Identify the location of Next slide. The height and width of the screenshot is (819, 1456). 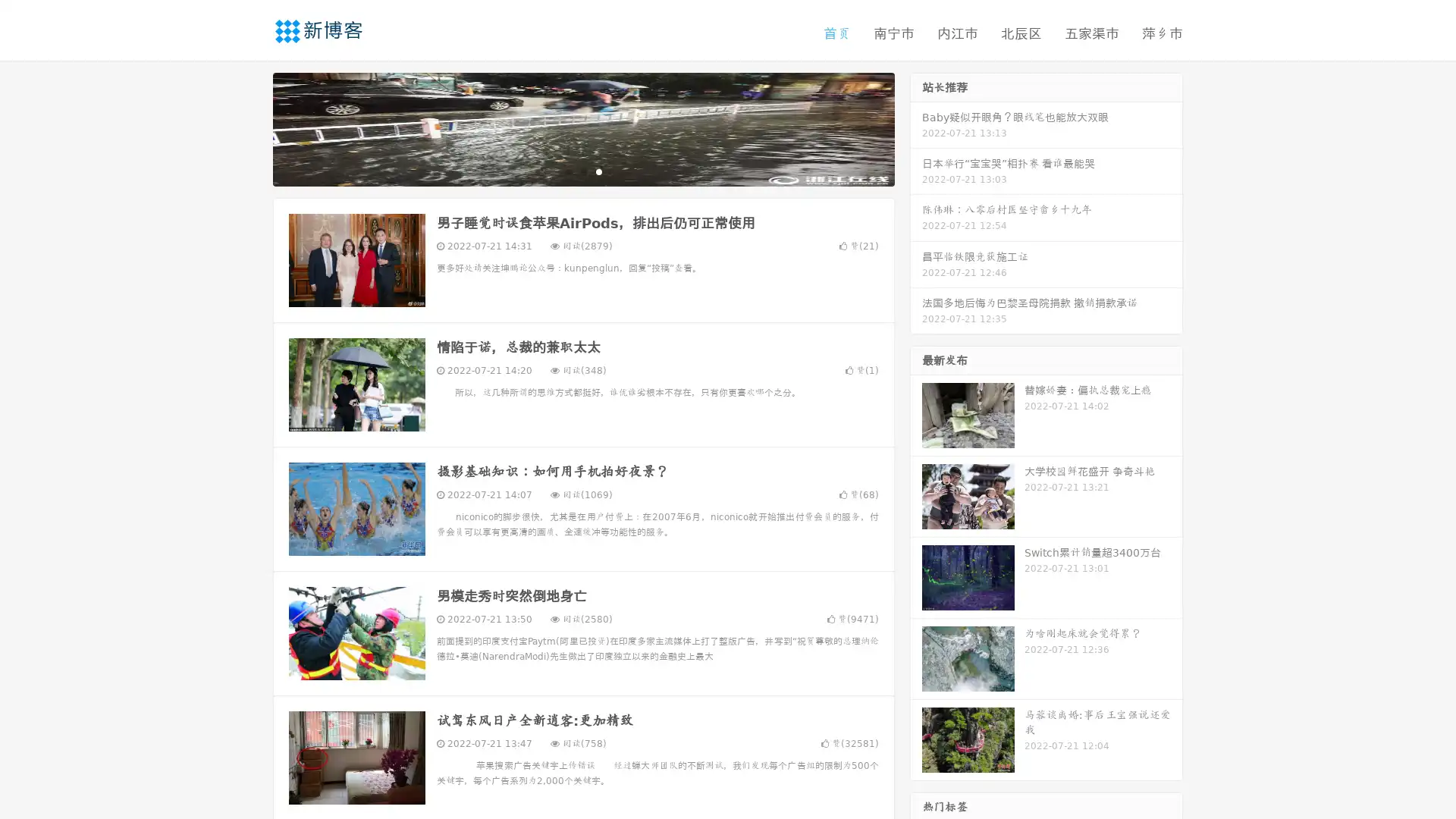
(916, 127).